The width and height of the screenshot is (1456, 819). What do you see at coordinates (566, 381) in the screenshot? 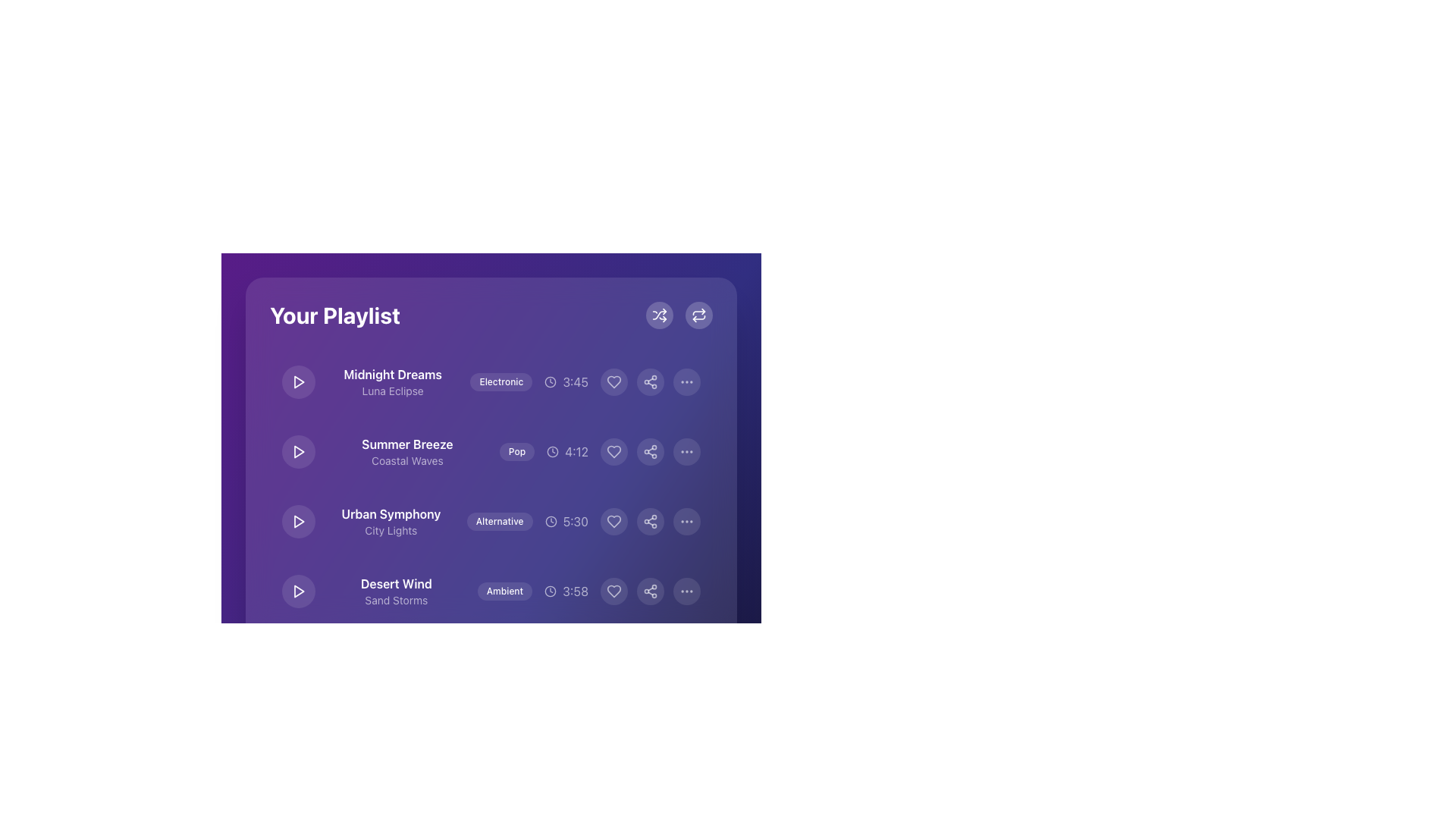
I see `the text element representing the duration of the first song in the playlist, located to the right of the genre tag ('Electronic')` at bounding box center [566, 381].